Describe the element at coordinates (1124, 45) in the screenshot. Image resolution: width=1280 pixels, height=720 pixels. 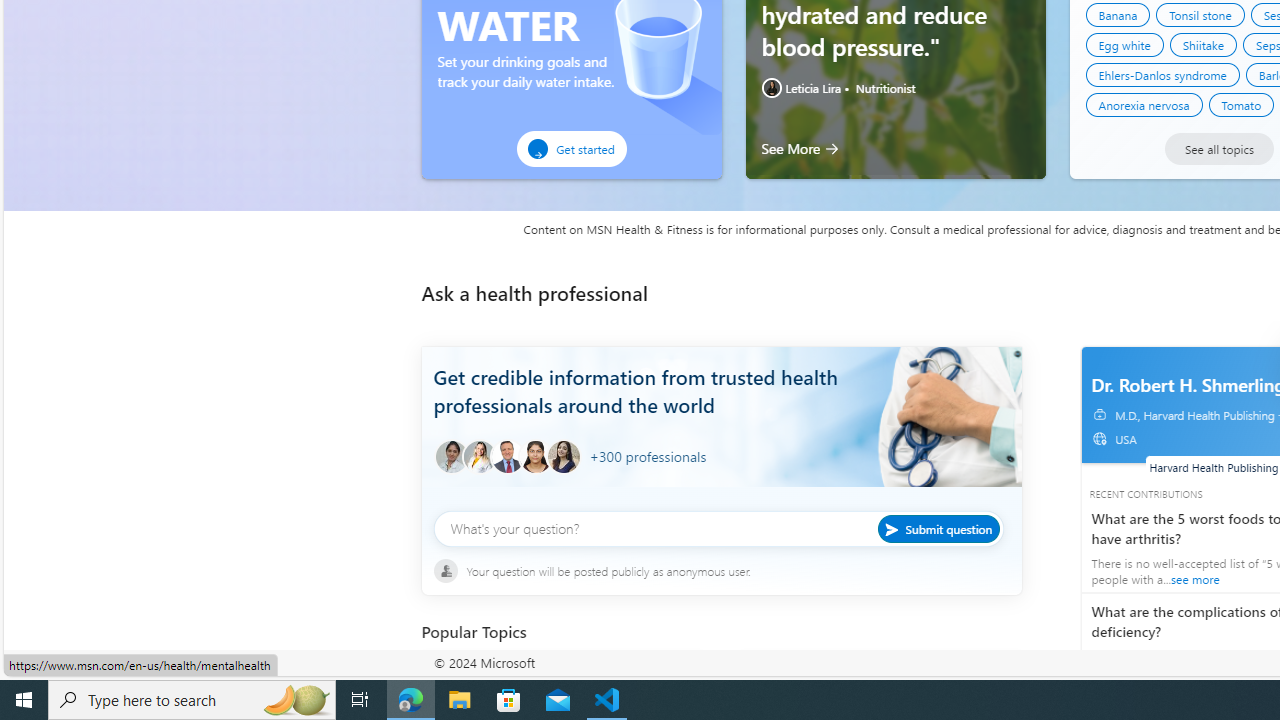
I see `'Egg white'` at that location.